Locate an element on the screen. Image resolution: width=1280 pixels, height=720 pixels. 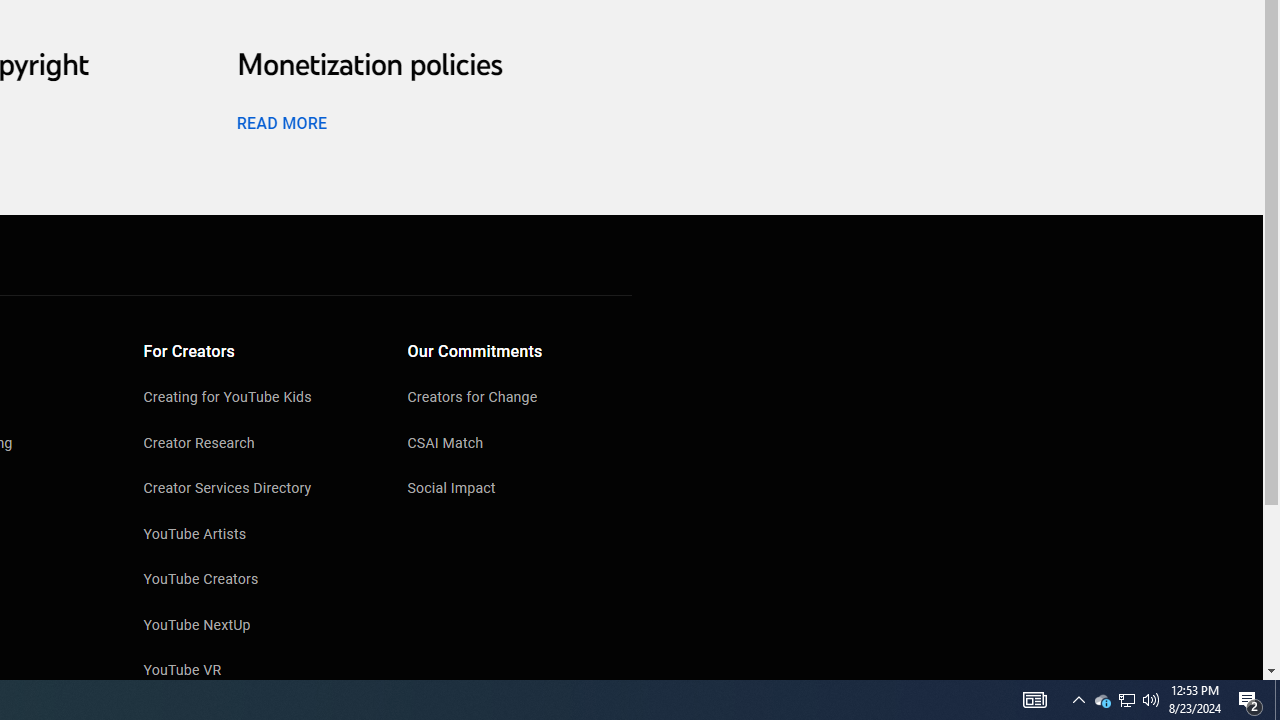
'Creator Services Directory' is located at coordinates (255, 490).